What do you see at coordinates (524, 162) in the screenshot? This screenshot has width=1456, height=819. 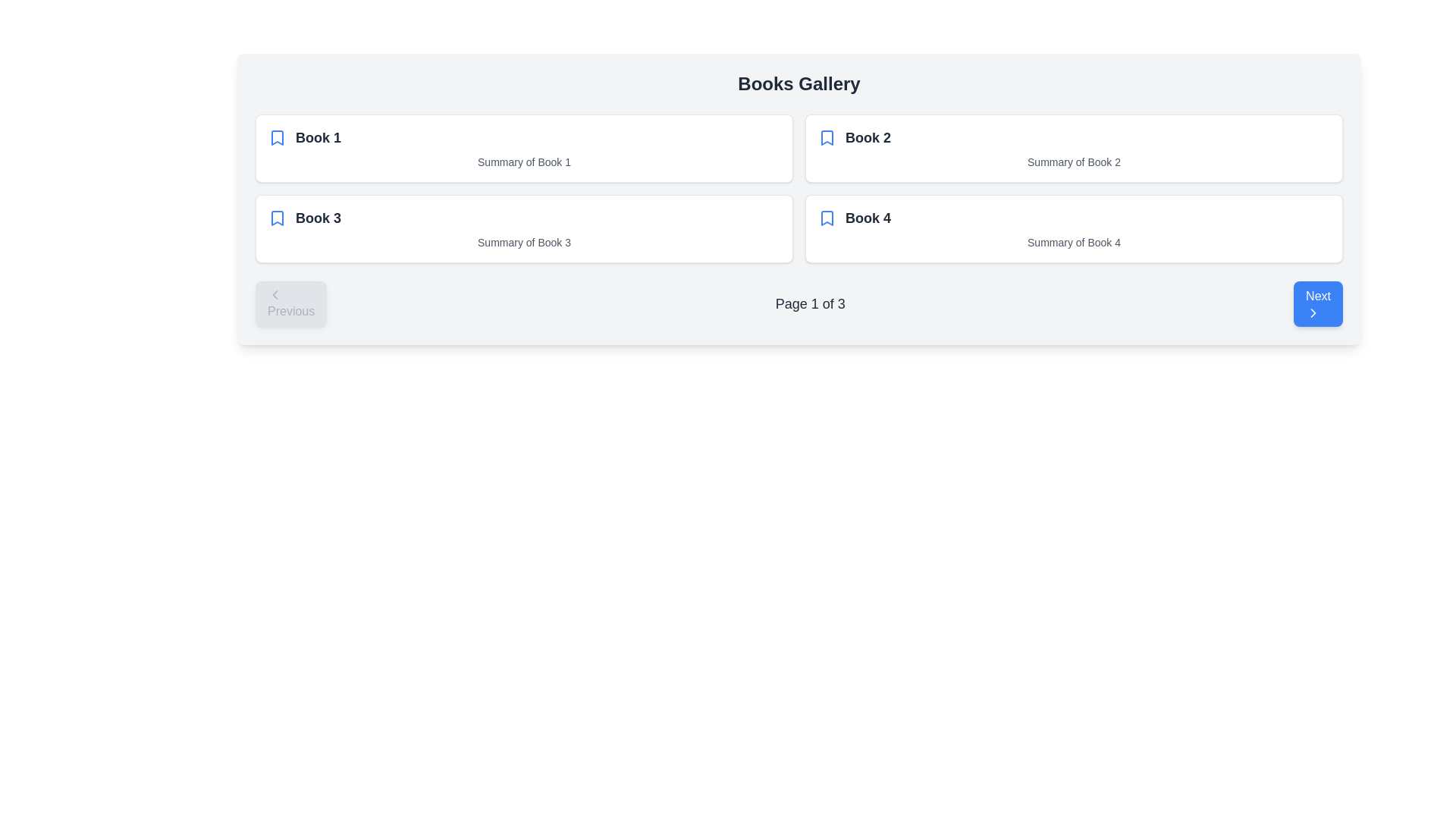 I see `the static text label providing a summary for 'Book 1', which is located beneath the bold title 'Book 1'` at bounding box center [524, 162].